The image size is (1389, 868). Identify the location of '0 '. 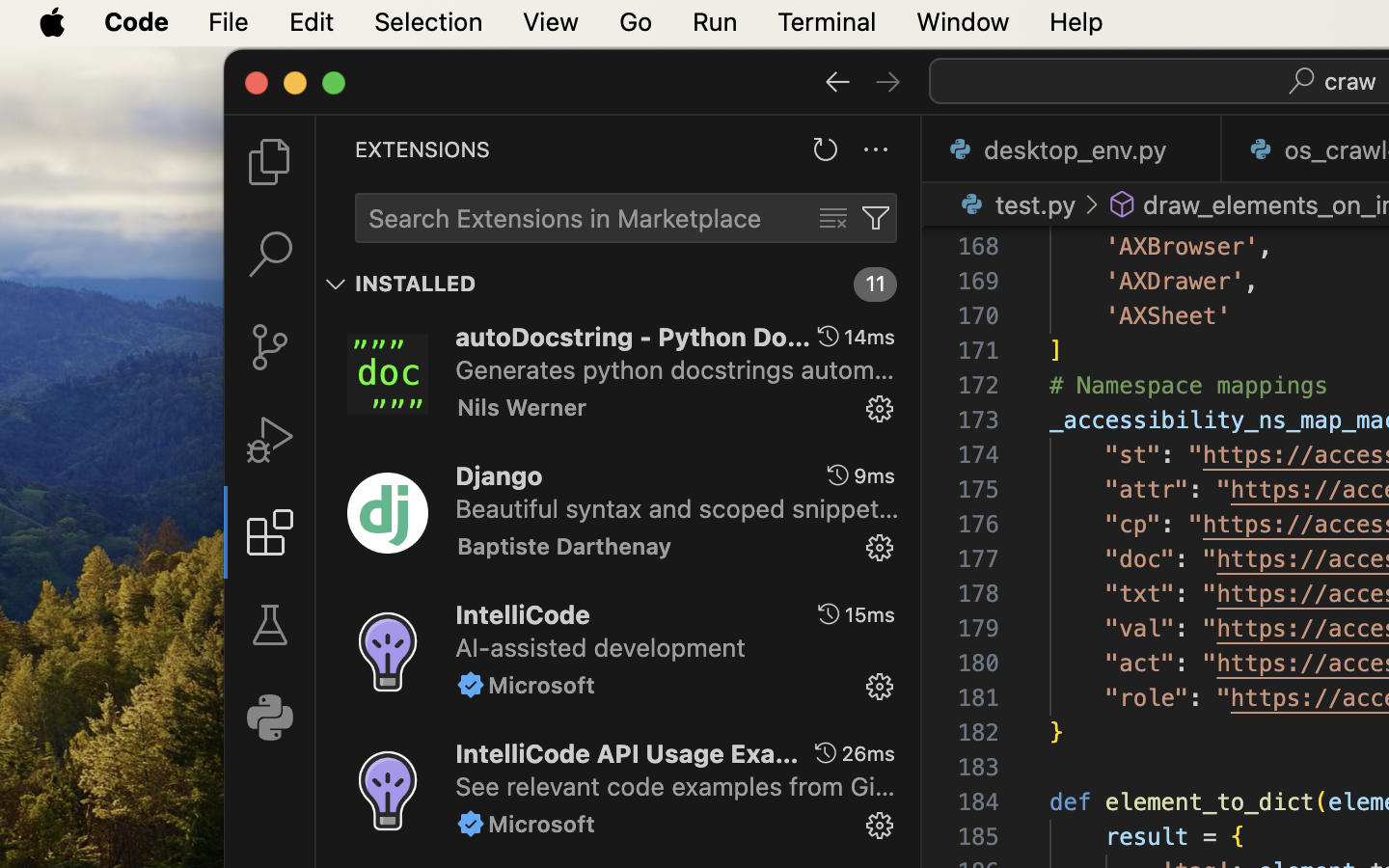
(268, 253).